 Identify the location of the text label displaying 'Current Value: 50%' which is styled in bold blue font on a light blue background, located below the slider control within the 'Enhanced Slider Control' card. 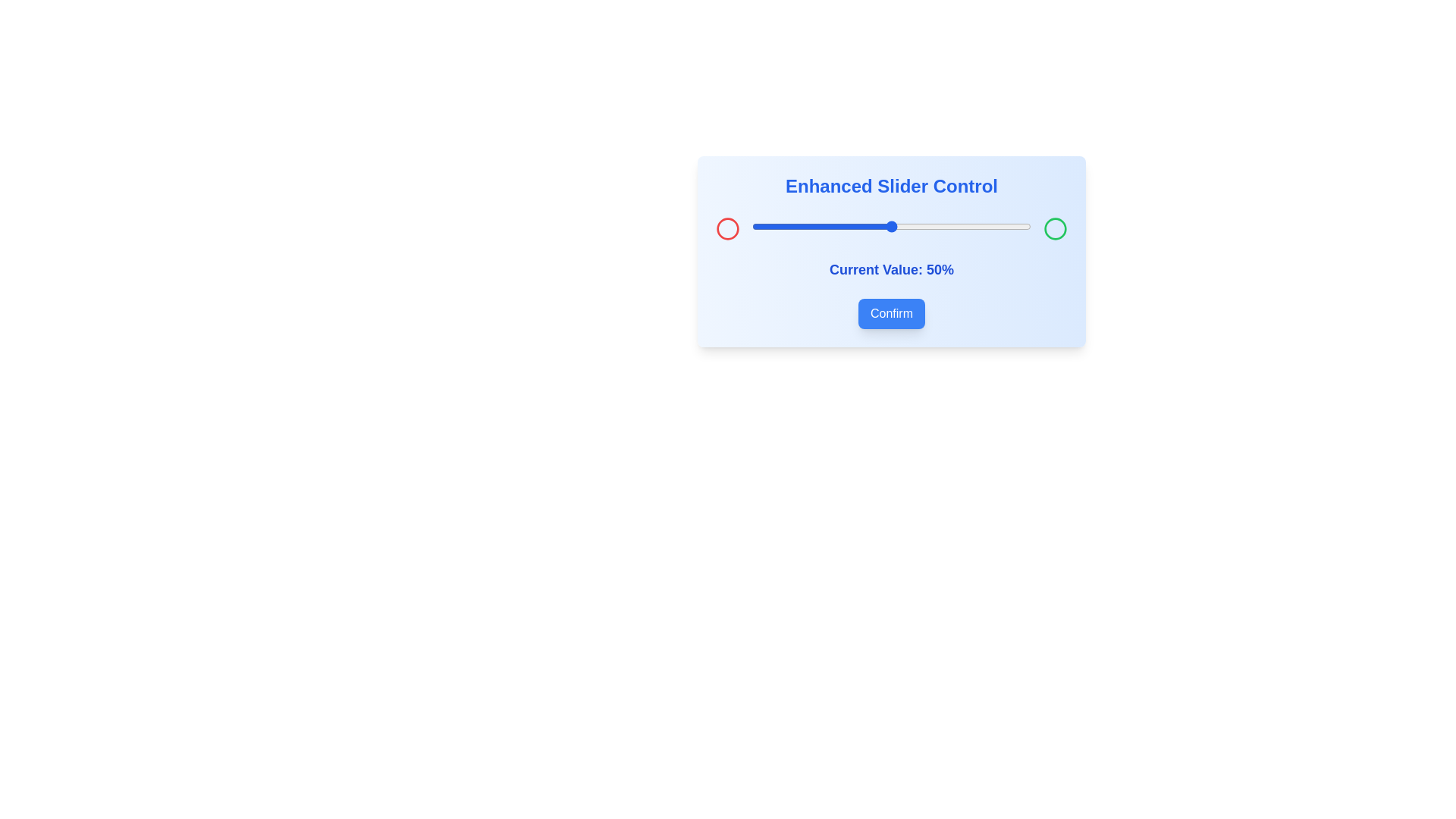
(892, 268).